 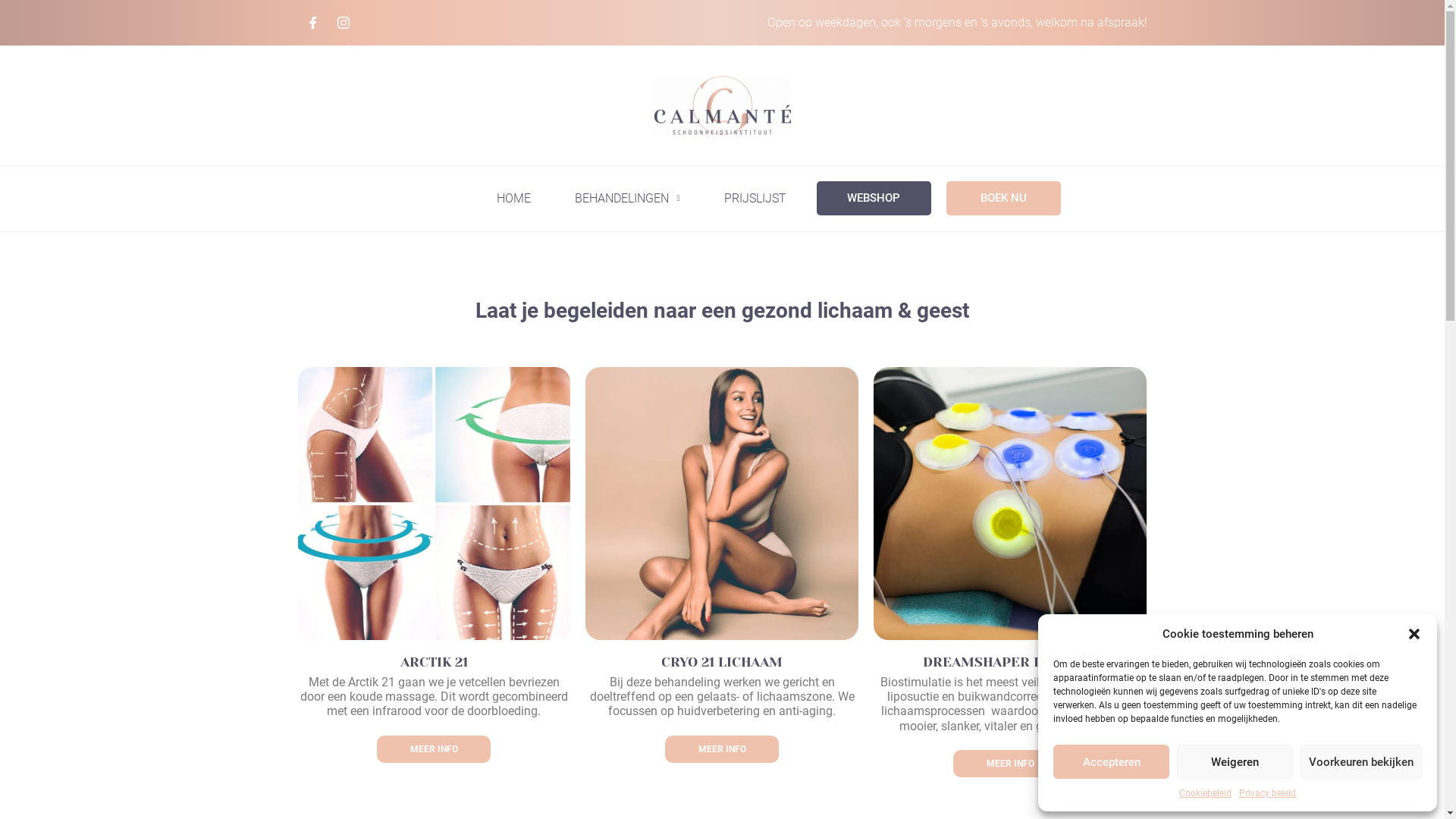 I want to click on 'BOEK NU', so click(x=946, y=197).